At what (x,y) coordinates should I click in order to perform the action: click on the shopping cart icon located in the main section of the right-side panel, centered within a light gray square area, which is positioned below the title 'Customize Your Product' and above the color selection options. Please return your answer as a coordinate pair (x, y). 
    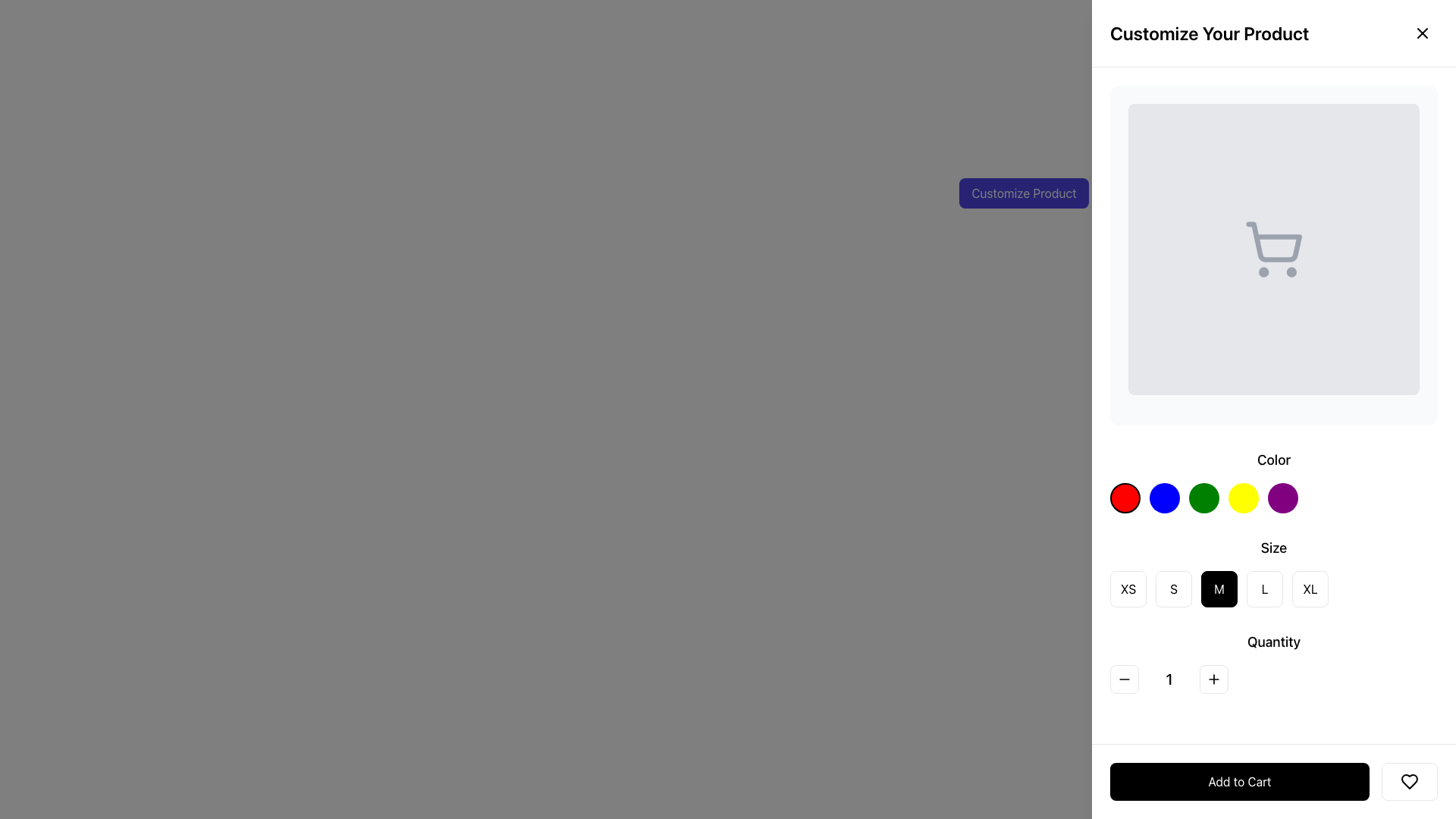
    Looking at the image, I should click on (1274, 248).